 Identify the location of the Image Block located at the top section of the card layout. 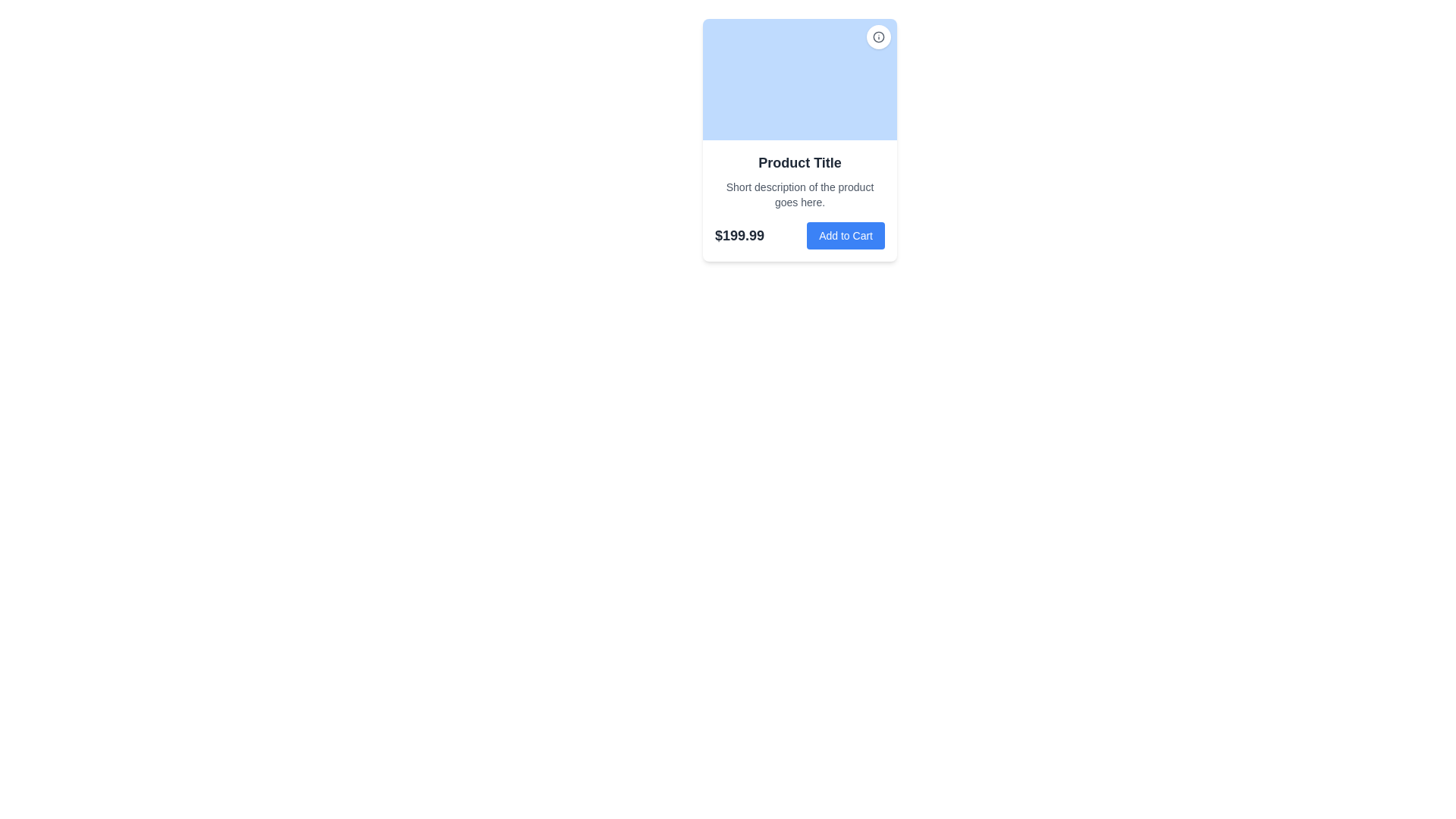
(799, 79).